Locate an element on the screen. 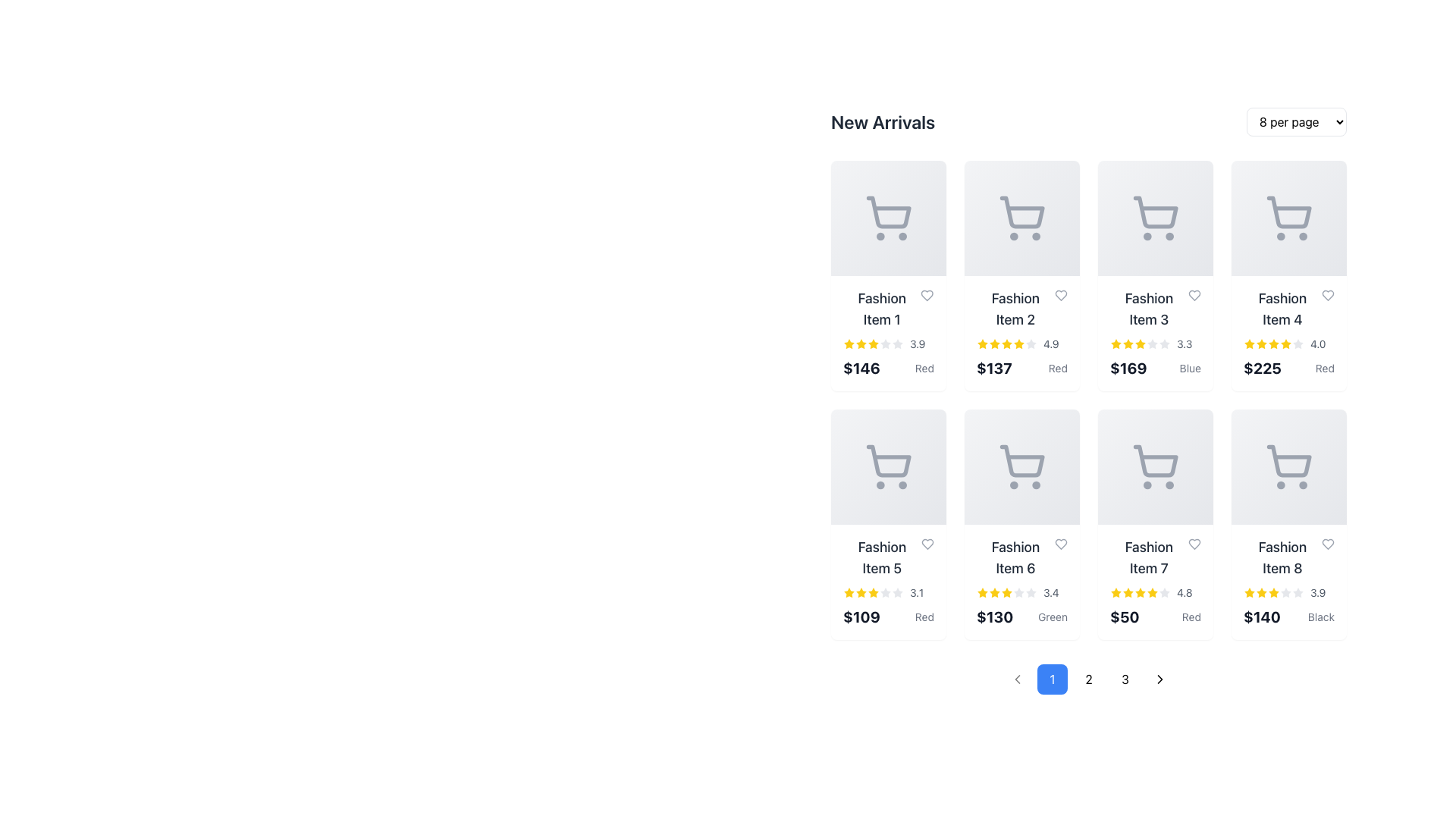 The image size is (1456, 819). the 'favorite' icon located in the top-right corner of the product card labeled 'Fashion Item 8' is located at coordinates (1327, 543).